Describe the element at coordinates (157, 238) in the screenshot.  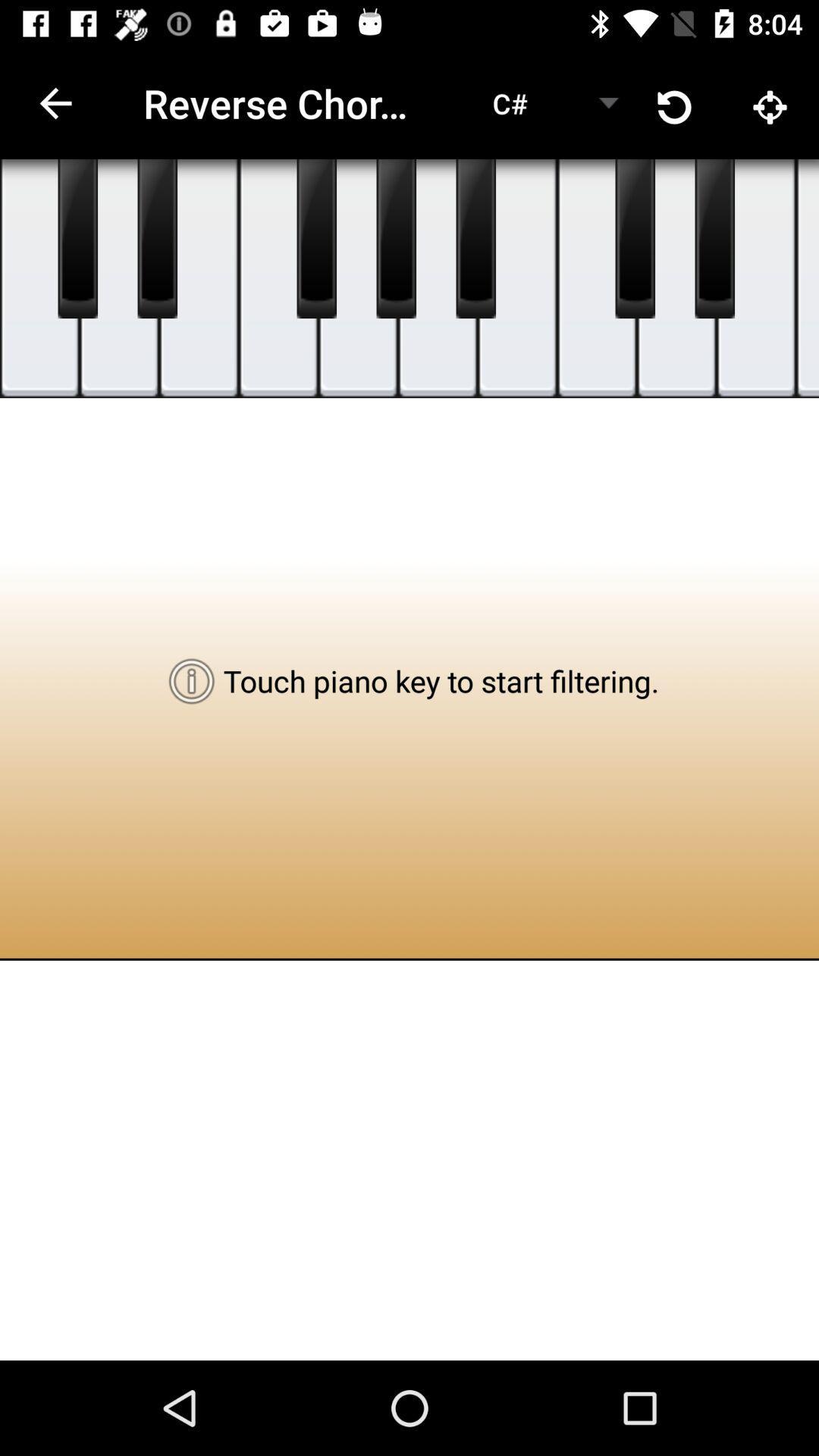
I see `go back` at that location.